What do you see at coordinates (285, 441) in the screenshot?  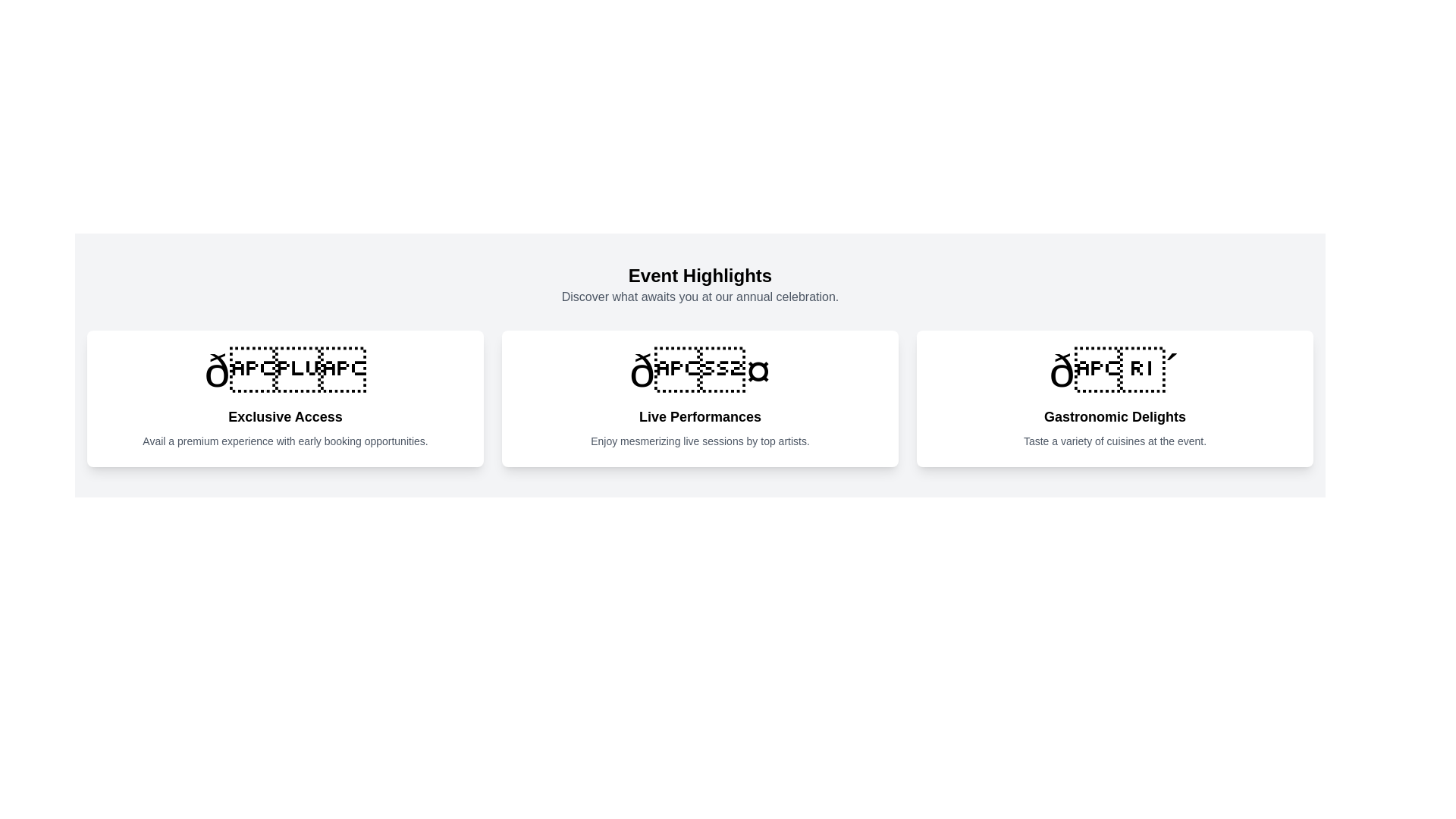 I see `descriptive text content emphasizing the benefits of early booking for a premium experience, which is located underneath the 'Exclusive Access' text in the leftmost card of a three-column layout` at bounding box center [285, 441].